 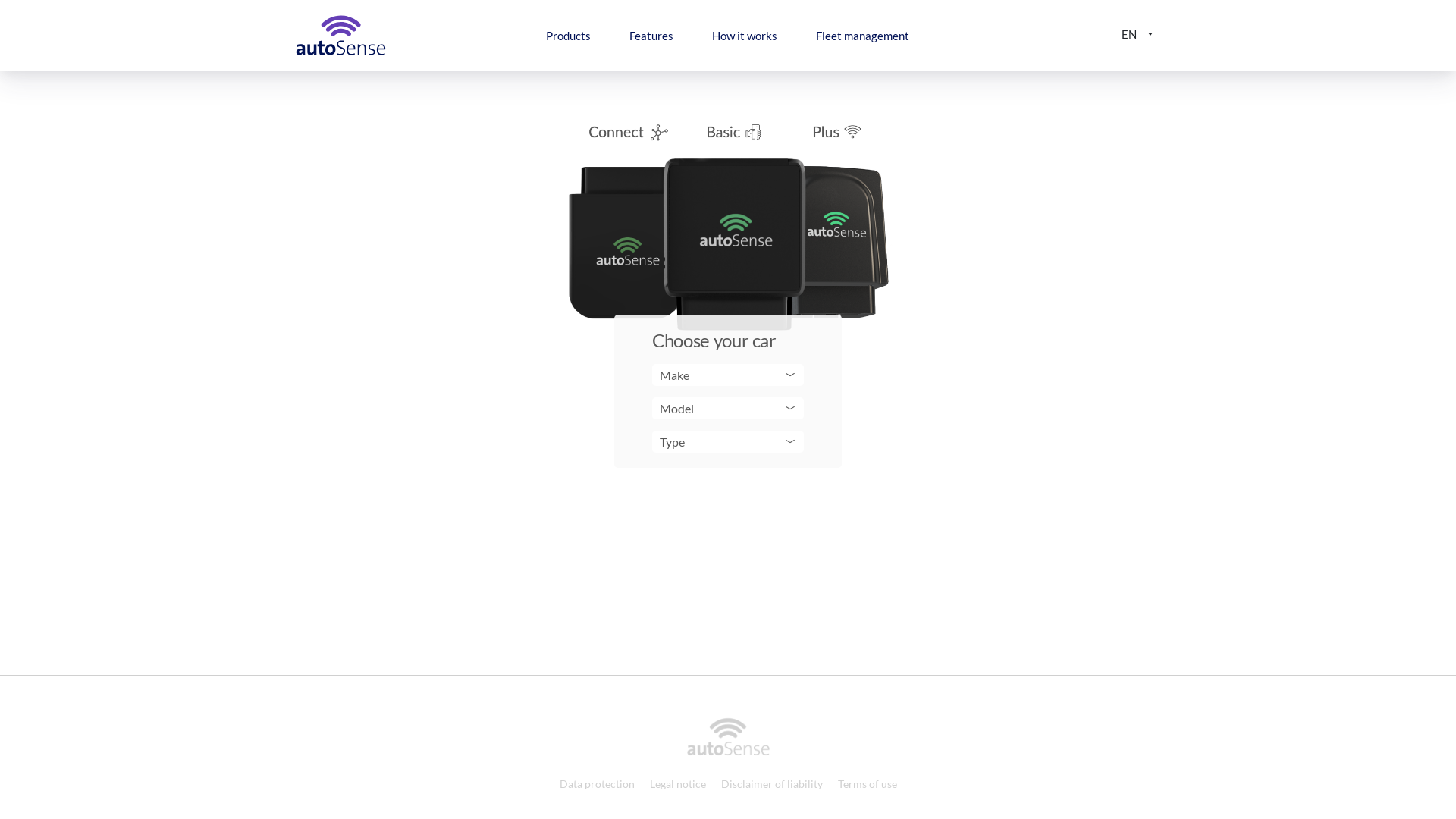 What do you see at coordinates (551, 783) in the screenshot?
I see `'Data protection'` at bounding box center [551, 783].